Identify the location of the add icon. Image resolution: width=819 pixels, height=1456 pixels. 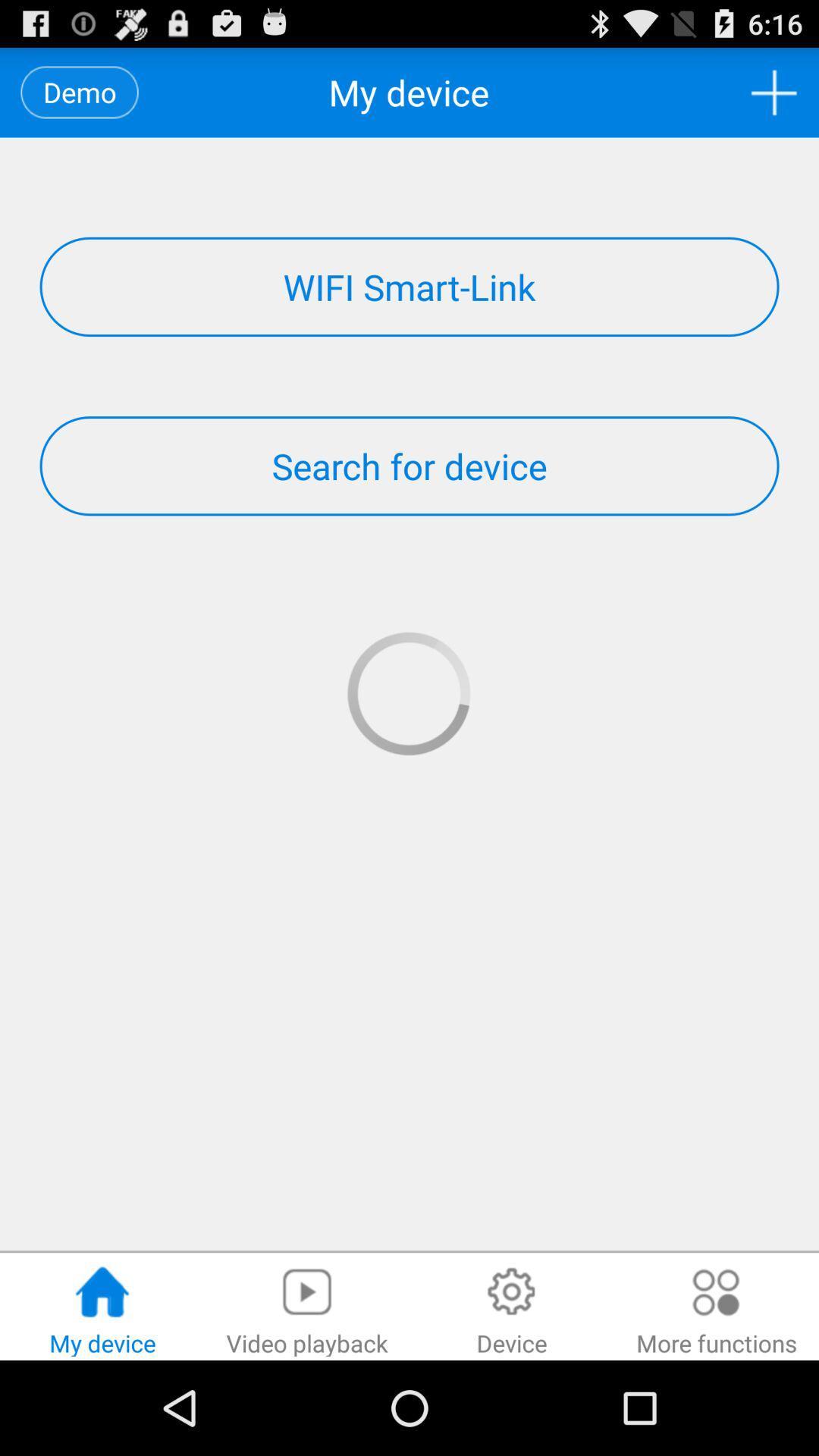
(773, 98).